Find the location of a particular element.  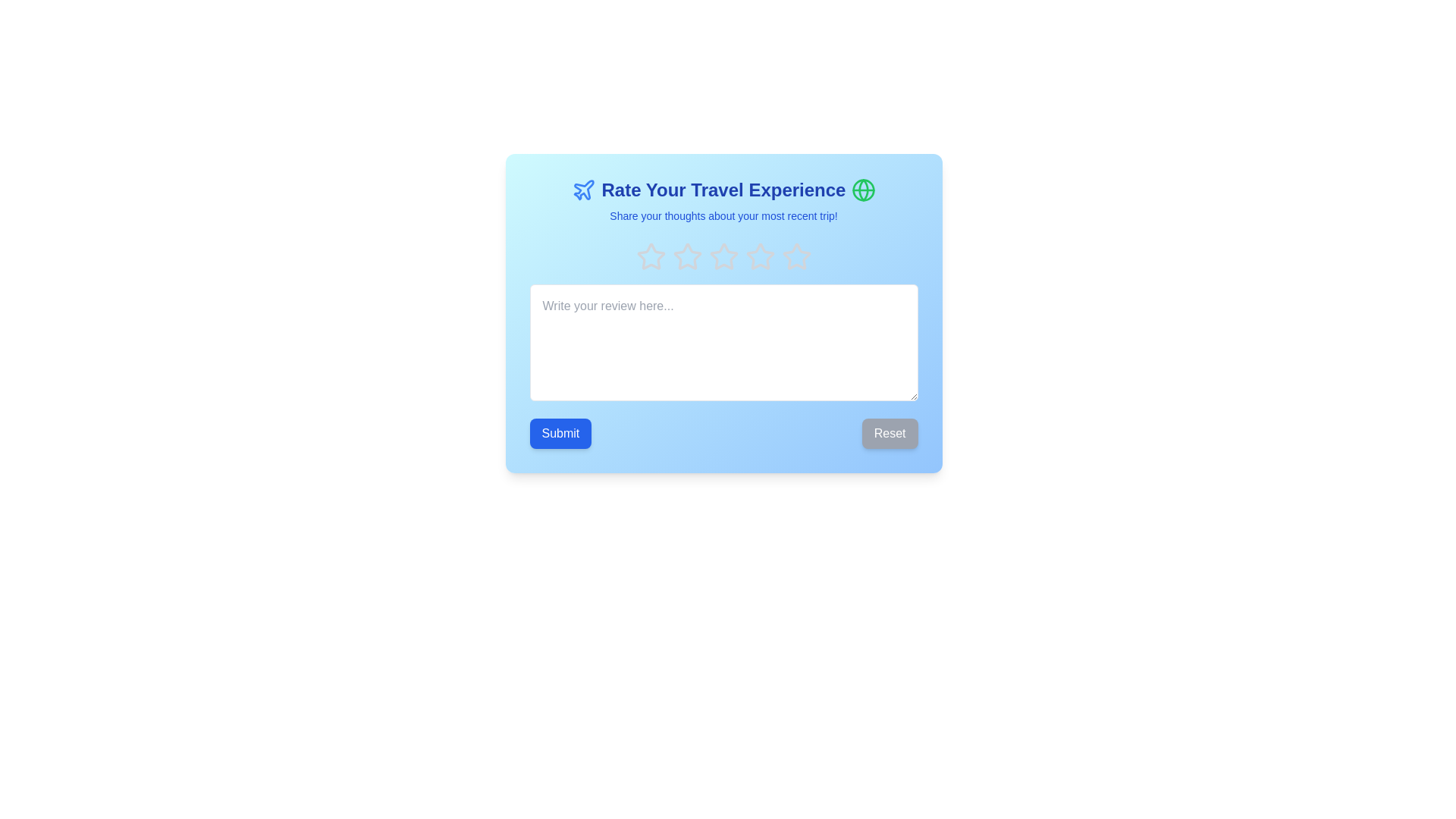

the fourth star icon in the rating system, which is part of a horizontal row of five stars located in the panel header above the text input area is located at coordinates (760, 256).